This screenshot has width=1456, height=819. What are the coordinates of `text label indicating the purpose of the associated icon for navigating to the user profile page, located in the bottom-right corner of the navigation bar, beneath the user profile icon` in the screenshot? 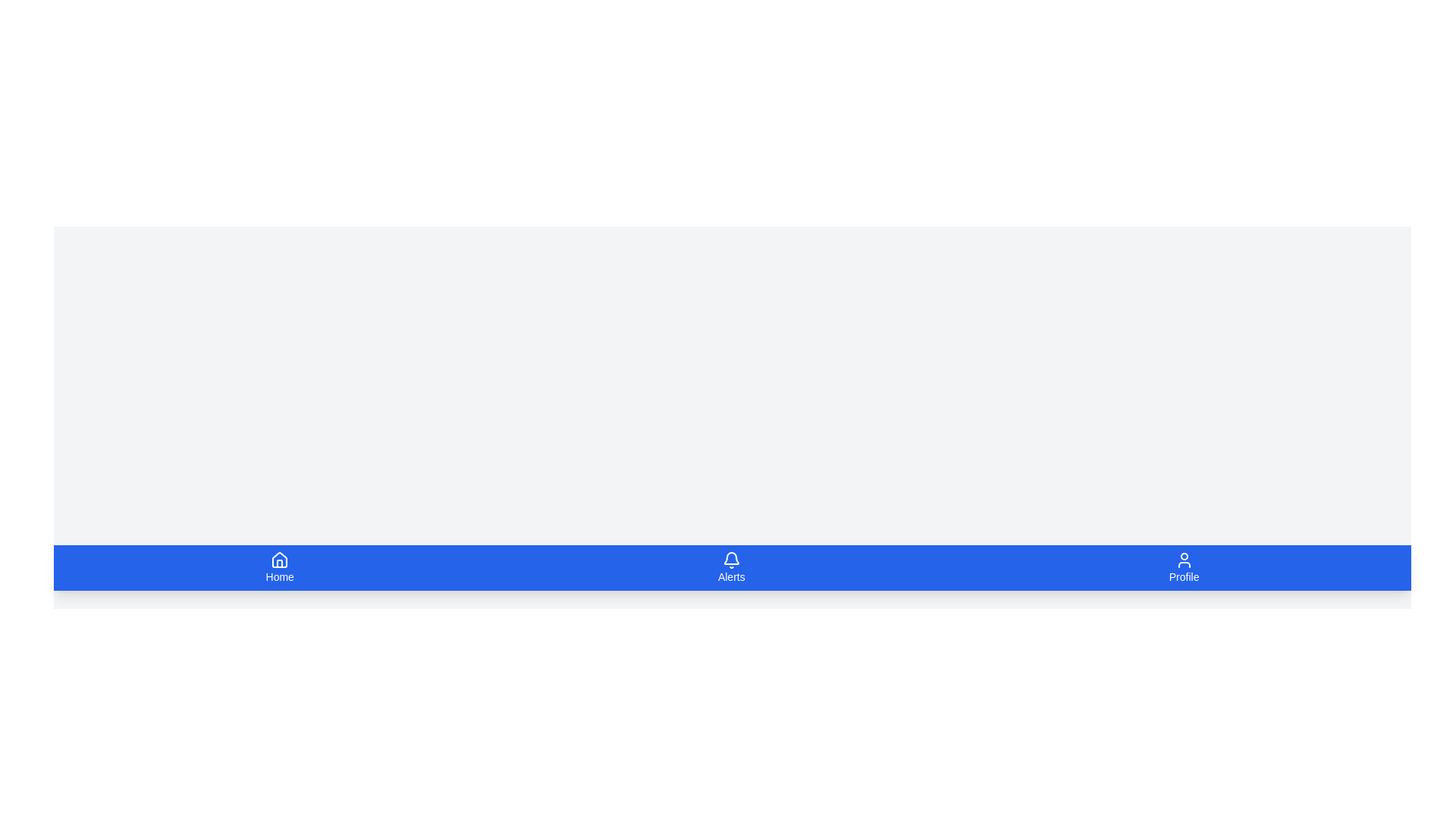 It's located at (1183, 576).